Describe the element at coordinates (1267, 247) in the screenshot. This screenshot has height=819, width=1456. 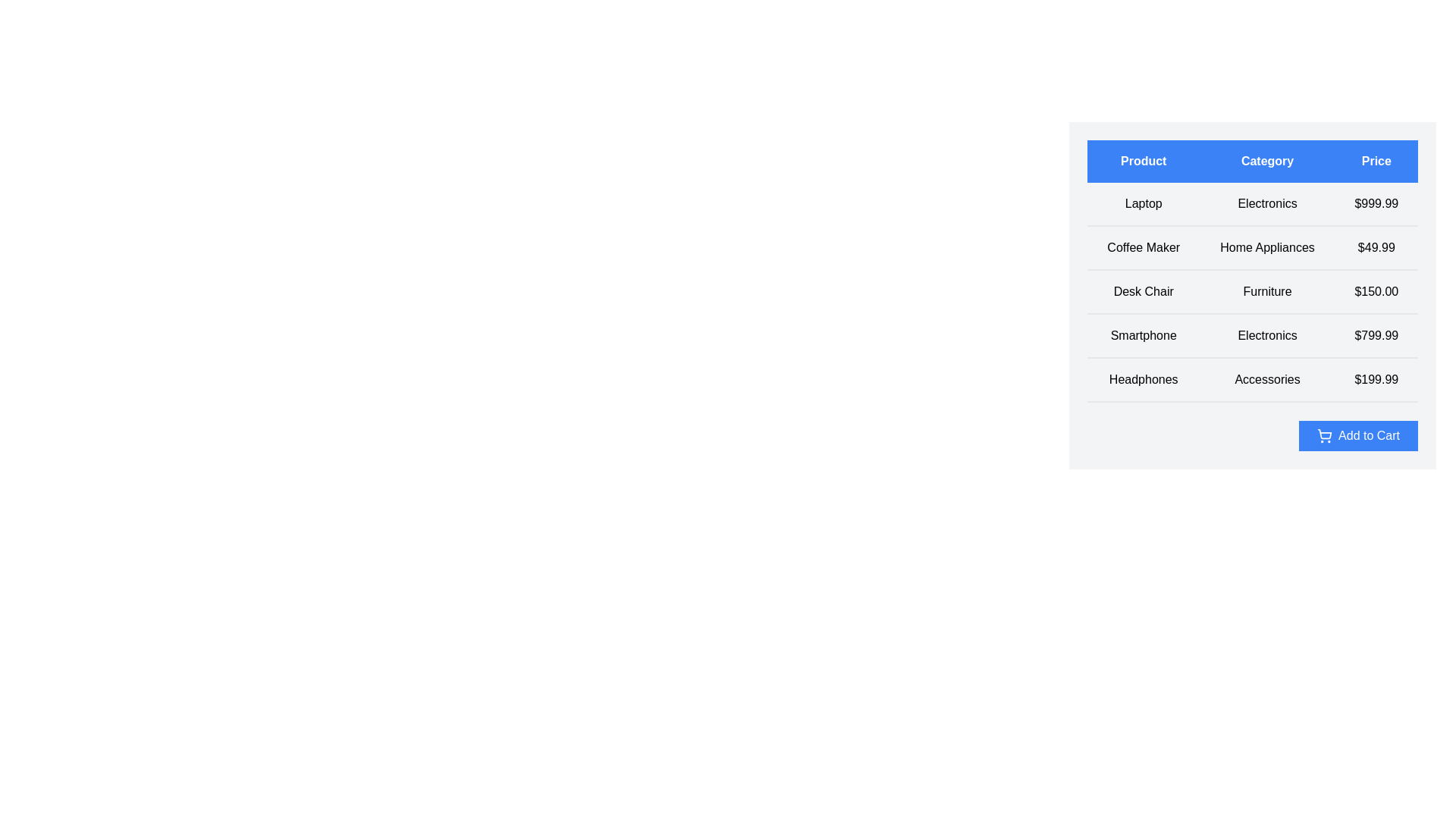
I see `the Text label indicating the product category located in the second row, second column under the 'Category' header` at that location.